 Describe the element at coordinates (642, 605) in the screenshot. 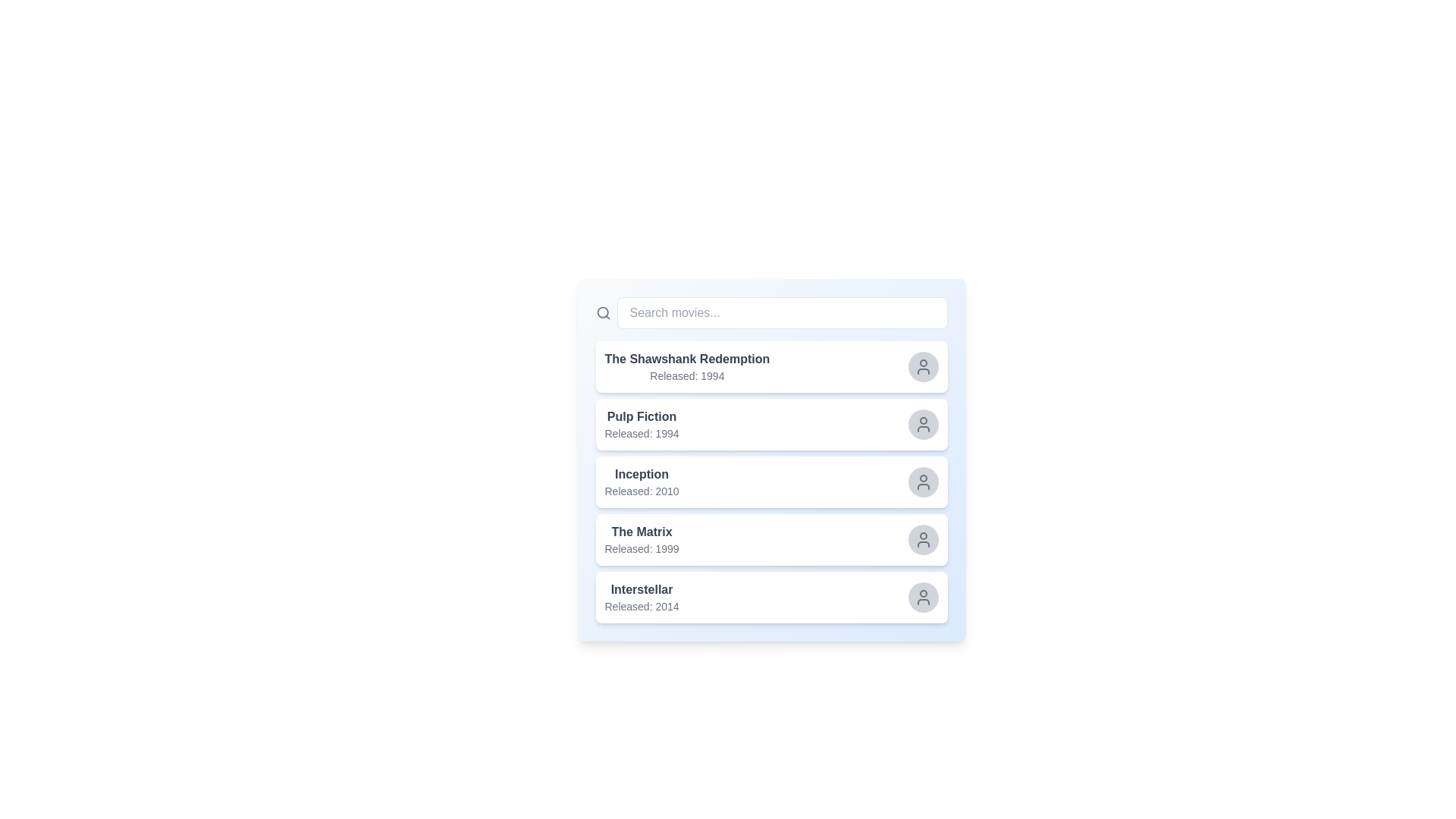

I see `the non-interactive text label displaying the release year of the movie 'Interstellar', which is located below the movie title in a vertically stacked list` at that location.